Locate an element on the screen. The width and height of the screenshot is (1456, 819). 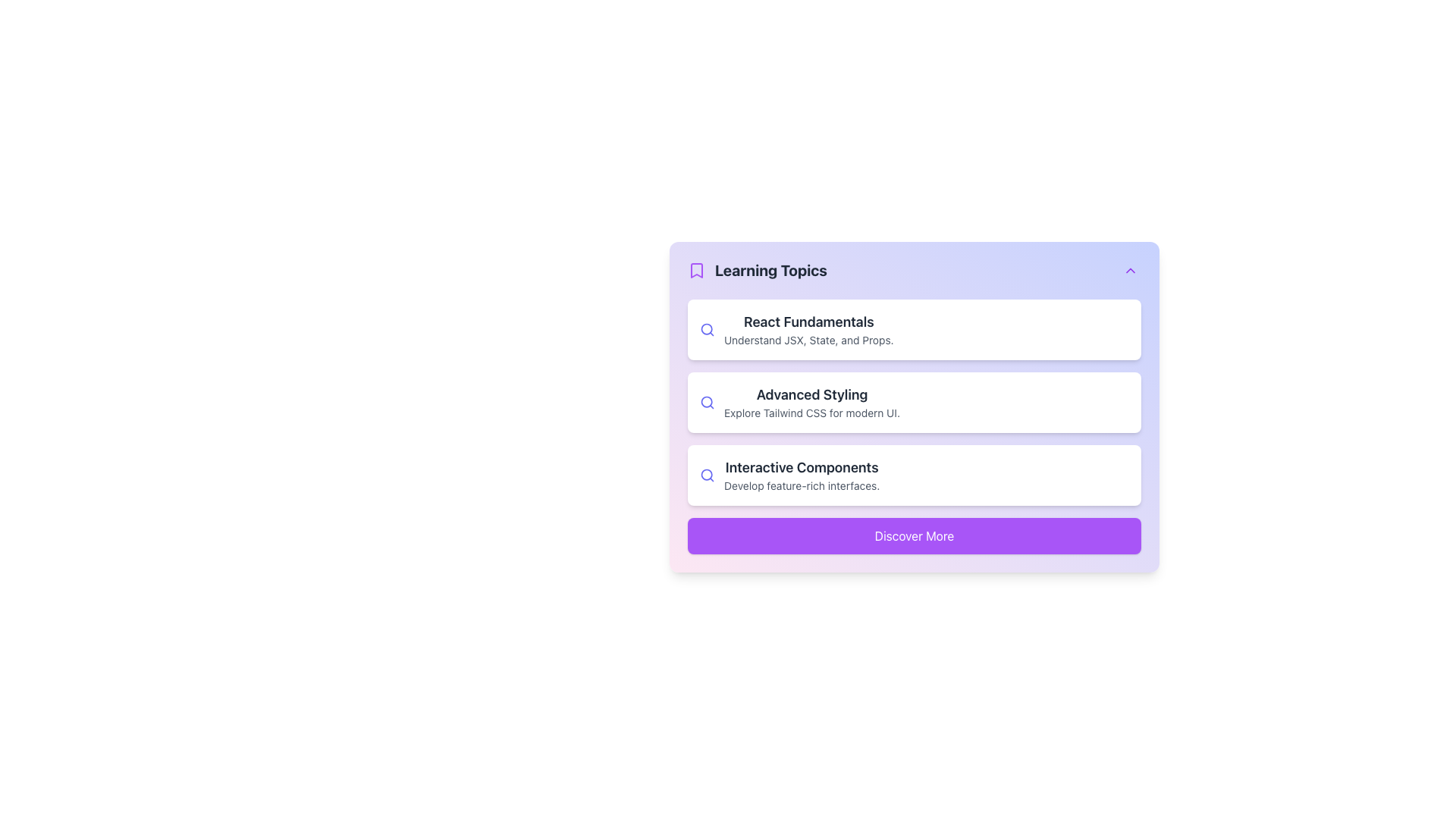
the search icon, which is a magnifying glass with a circular lens and a thin indigo outline, located to the left of the 'Advanced Styling' text in the 'Learning Topics' section is located at coordinates (706, 402).